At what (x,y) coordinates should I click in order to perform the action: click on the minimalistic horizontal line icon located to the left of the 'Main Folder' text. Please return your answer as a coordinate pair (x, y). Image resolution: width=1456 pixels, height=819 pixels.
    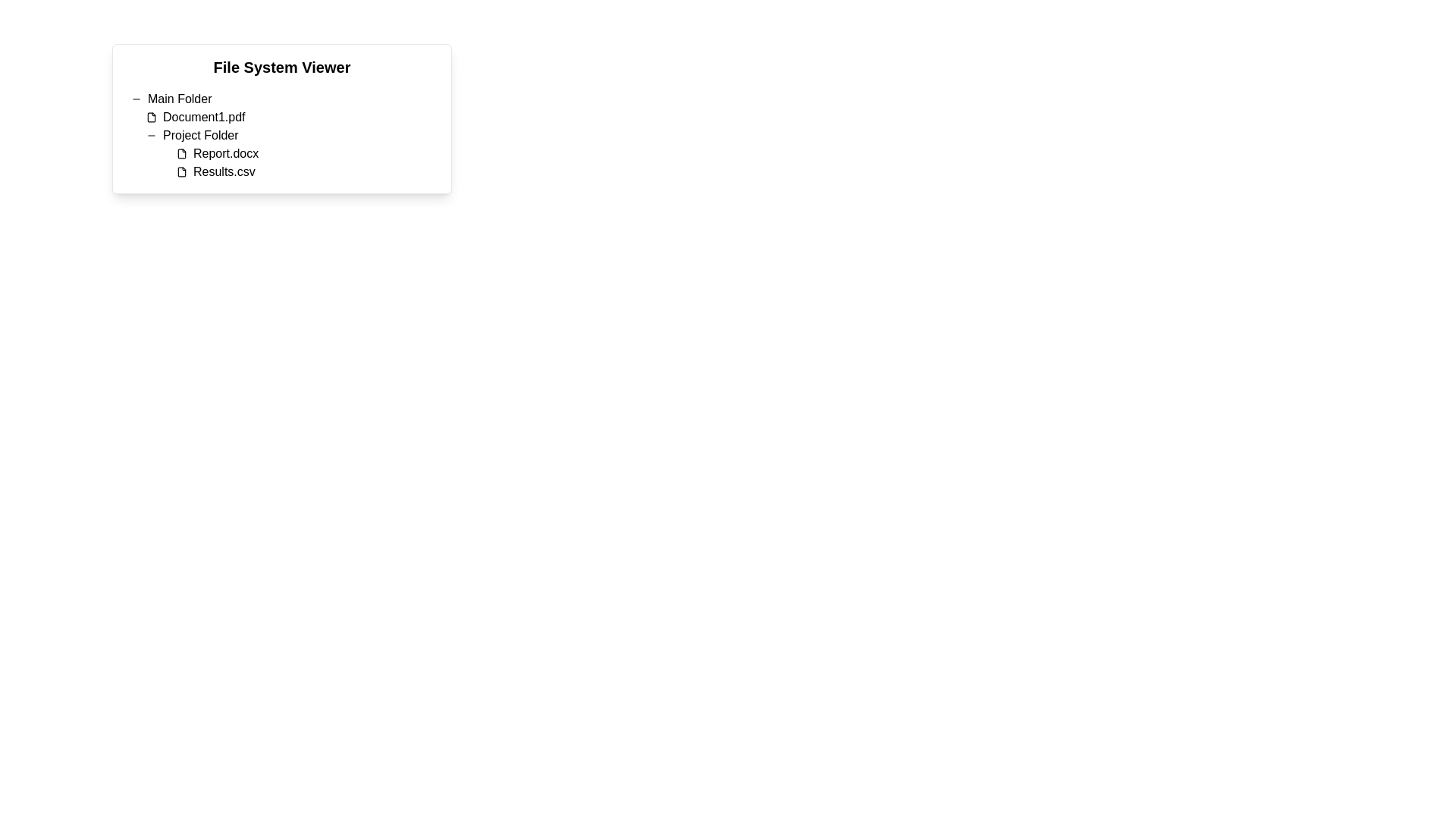
    Looking at the image, I should click on (136, 99).